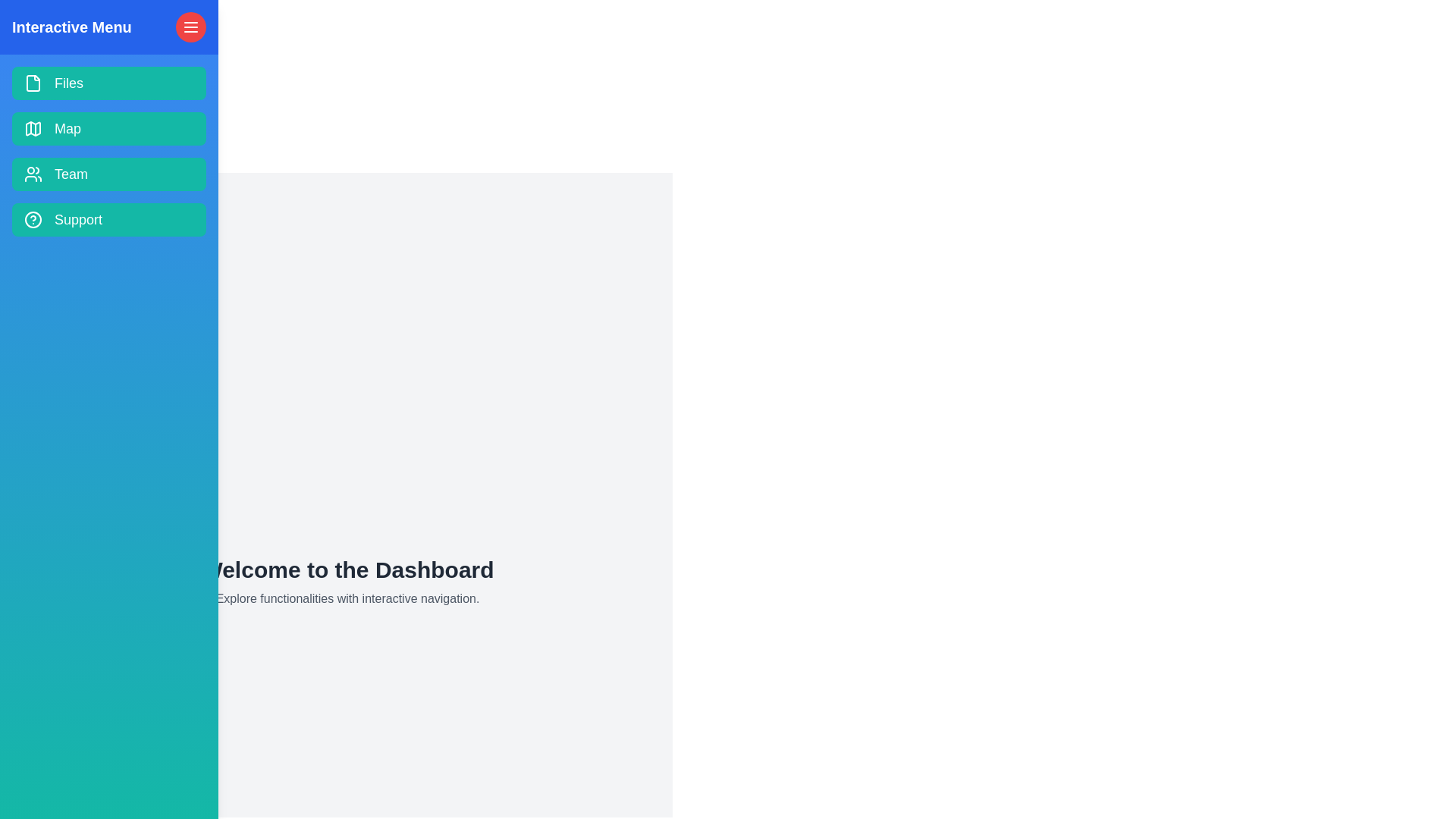 The image size is (1456, 819). Describe the element at coordinates (190, 27) in the screenshot. I see `the close button in the top-right corner of the drawer menu to toggle its visibility` at that location.